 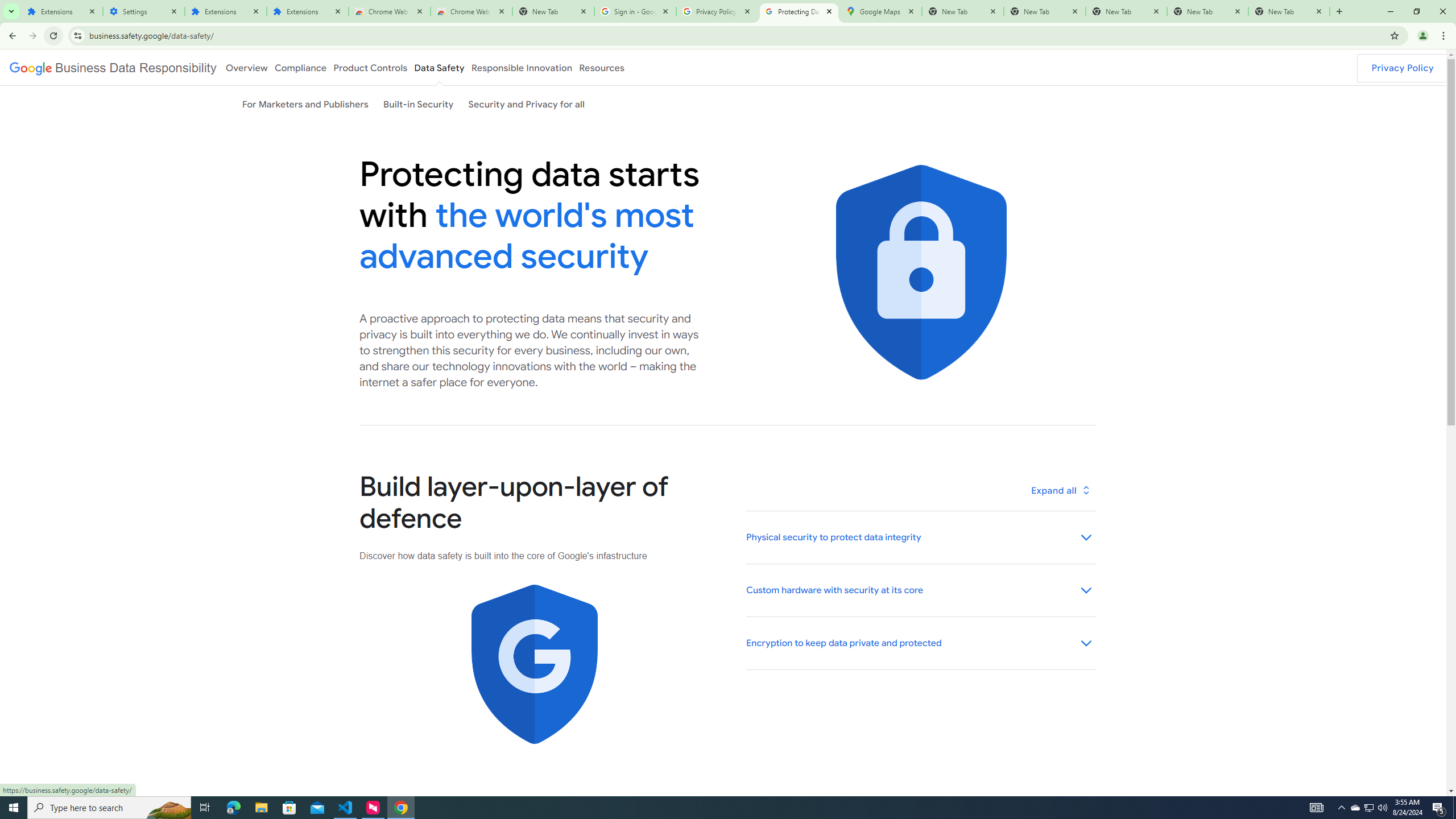 What do you see at coordinates (470, 11) in the screenshot?
I see `'Chrome Web Store - Themes'` at bounding box center [470, 11].